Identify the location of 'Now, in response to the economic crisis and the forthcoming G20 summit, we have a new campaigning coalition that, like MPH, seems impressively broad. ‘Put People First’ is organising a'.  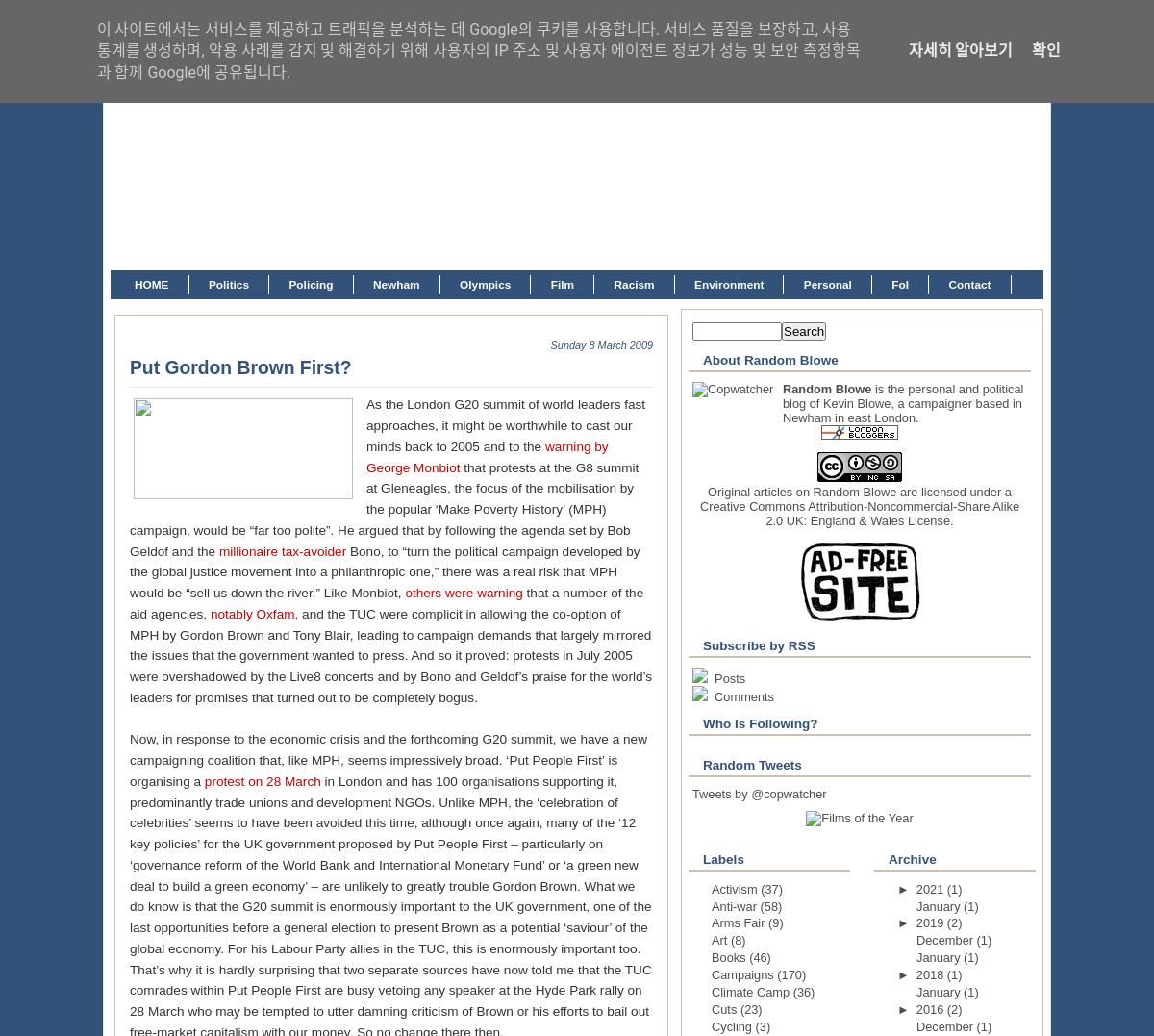
(130, 759).